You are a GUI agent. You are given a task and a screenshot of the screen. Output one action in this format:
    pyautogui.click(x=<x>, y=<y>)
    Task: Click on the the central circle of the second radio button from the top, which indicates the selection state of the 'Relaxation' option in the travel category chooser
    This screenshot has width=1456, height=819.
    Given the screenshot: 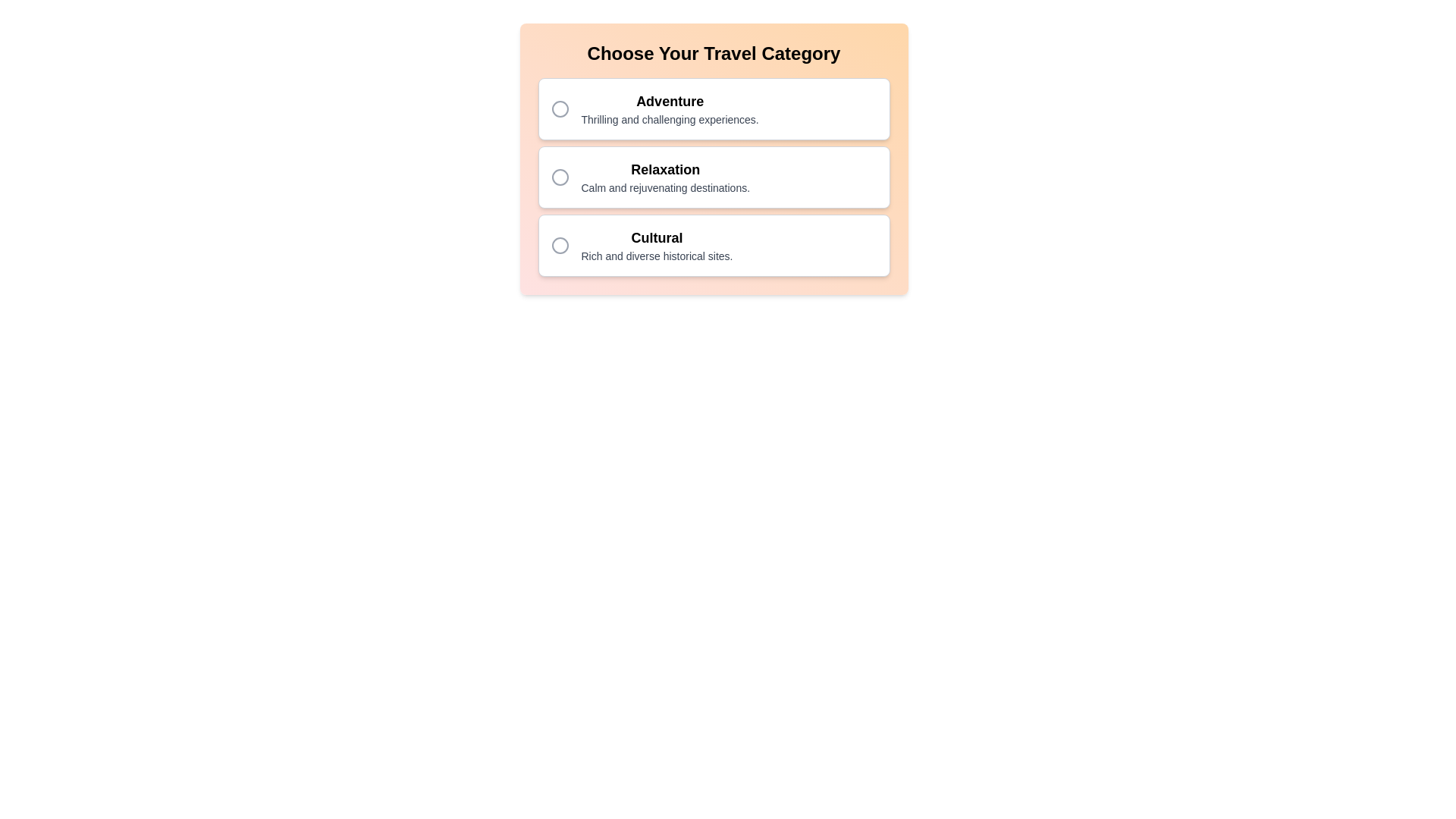 What is the action you would take?
    pyautogui.click(x=559, y=177)
    